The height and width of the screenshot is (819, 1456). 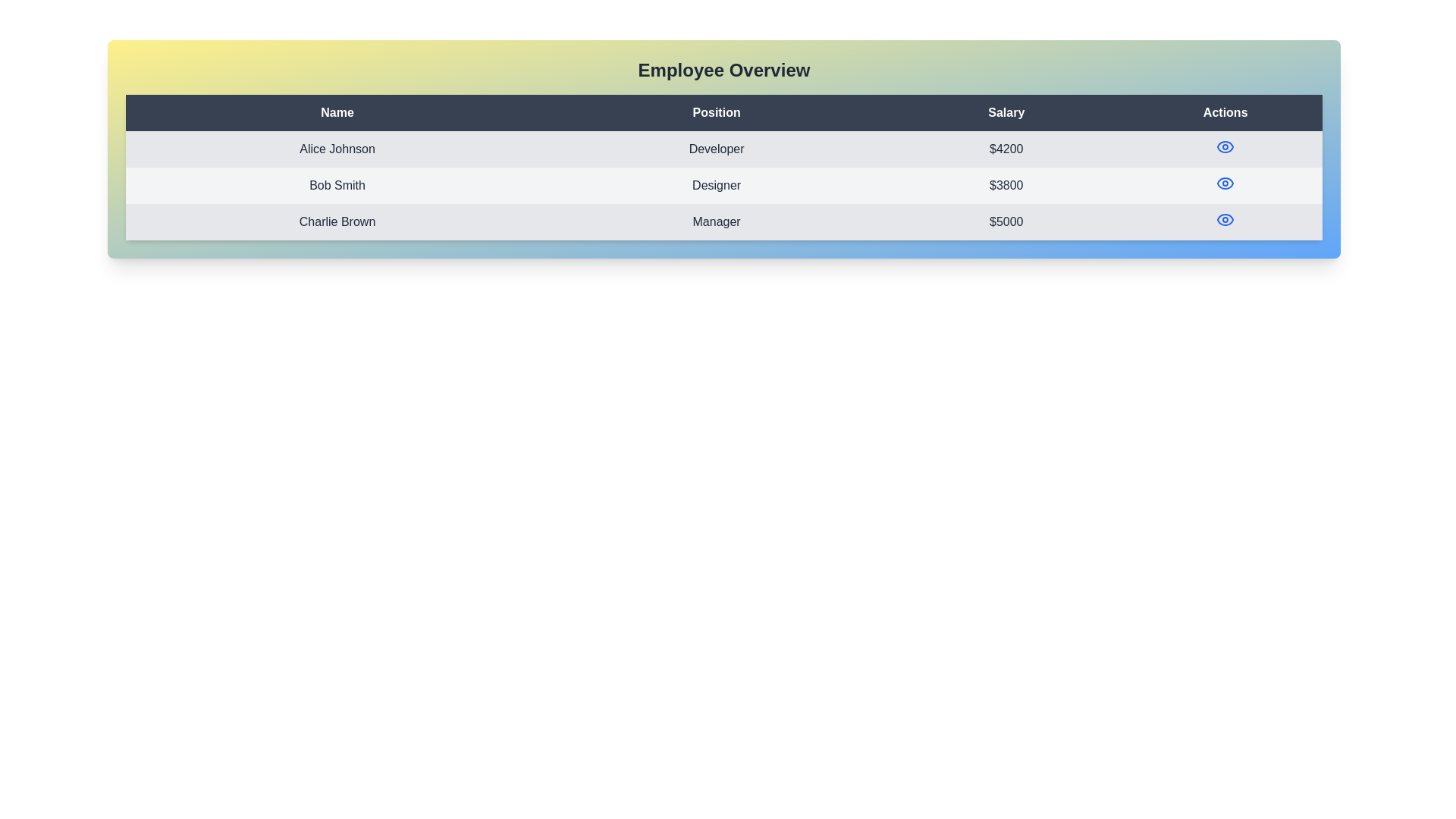 I want to click on the Text label indicating the salary of employee 'Charlie Brown', which is the third item in the Salary column of the employee overview table, so click(x=1006, y=222).